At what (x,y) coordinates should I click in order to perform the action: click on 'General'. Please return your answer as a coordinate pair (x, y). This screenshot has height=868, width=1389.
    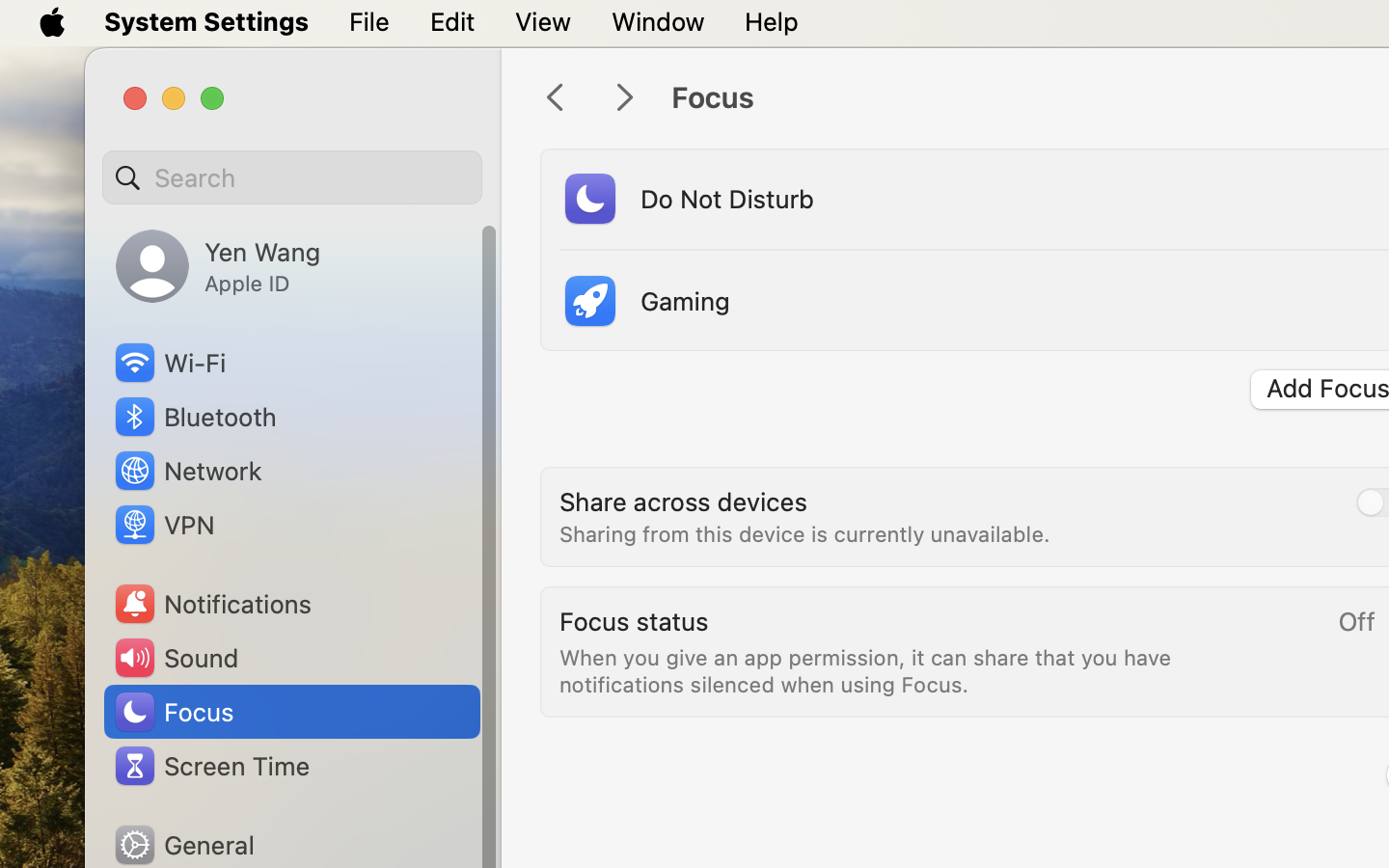
    Looking at the image, I should click on (182, 844).